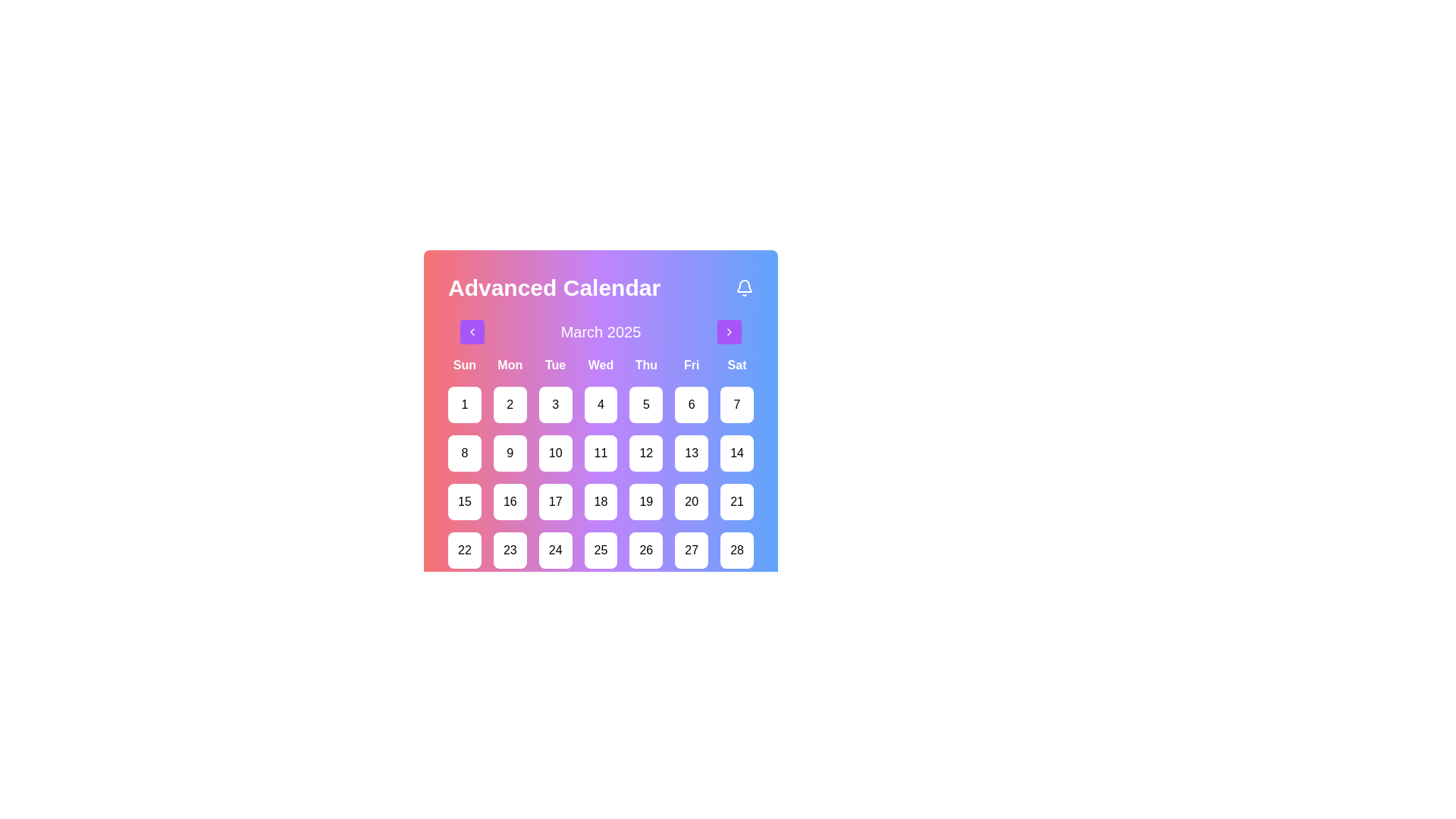  Describe the element at coordinates (737, 502) in the screenshot. I see `the Date tile displaying the number '21'` at that location.